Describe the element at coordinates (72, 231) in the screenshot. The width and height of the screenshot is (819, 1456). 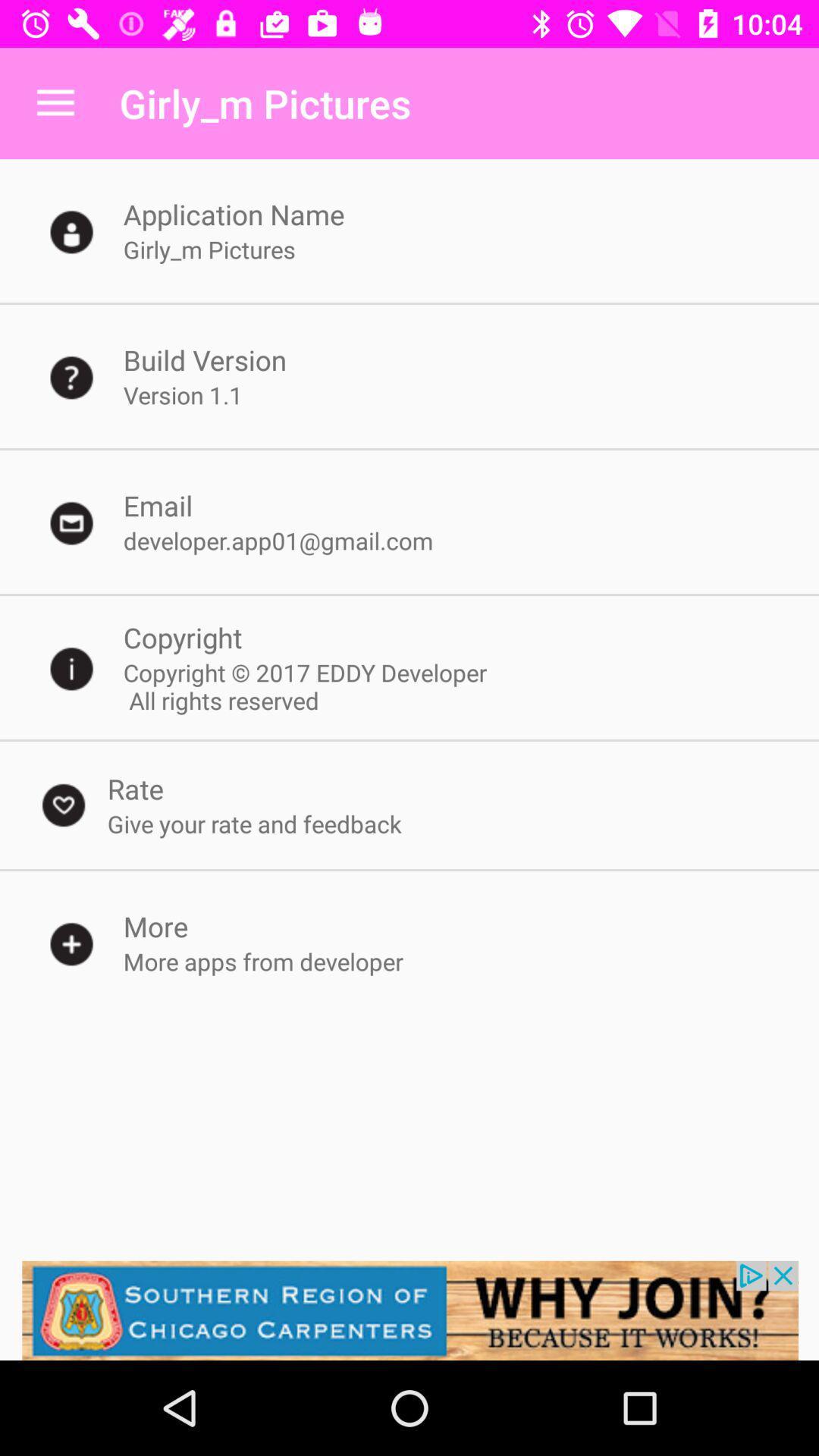
I see `the icon left side of application name` at that location.